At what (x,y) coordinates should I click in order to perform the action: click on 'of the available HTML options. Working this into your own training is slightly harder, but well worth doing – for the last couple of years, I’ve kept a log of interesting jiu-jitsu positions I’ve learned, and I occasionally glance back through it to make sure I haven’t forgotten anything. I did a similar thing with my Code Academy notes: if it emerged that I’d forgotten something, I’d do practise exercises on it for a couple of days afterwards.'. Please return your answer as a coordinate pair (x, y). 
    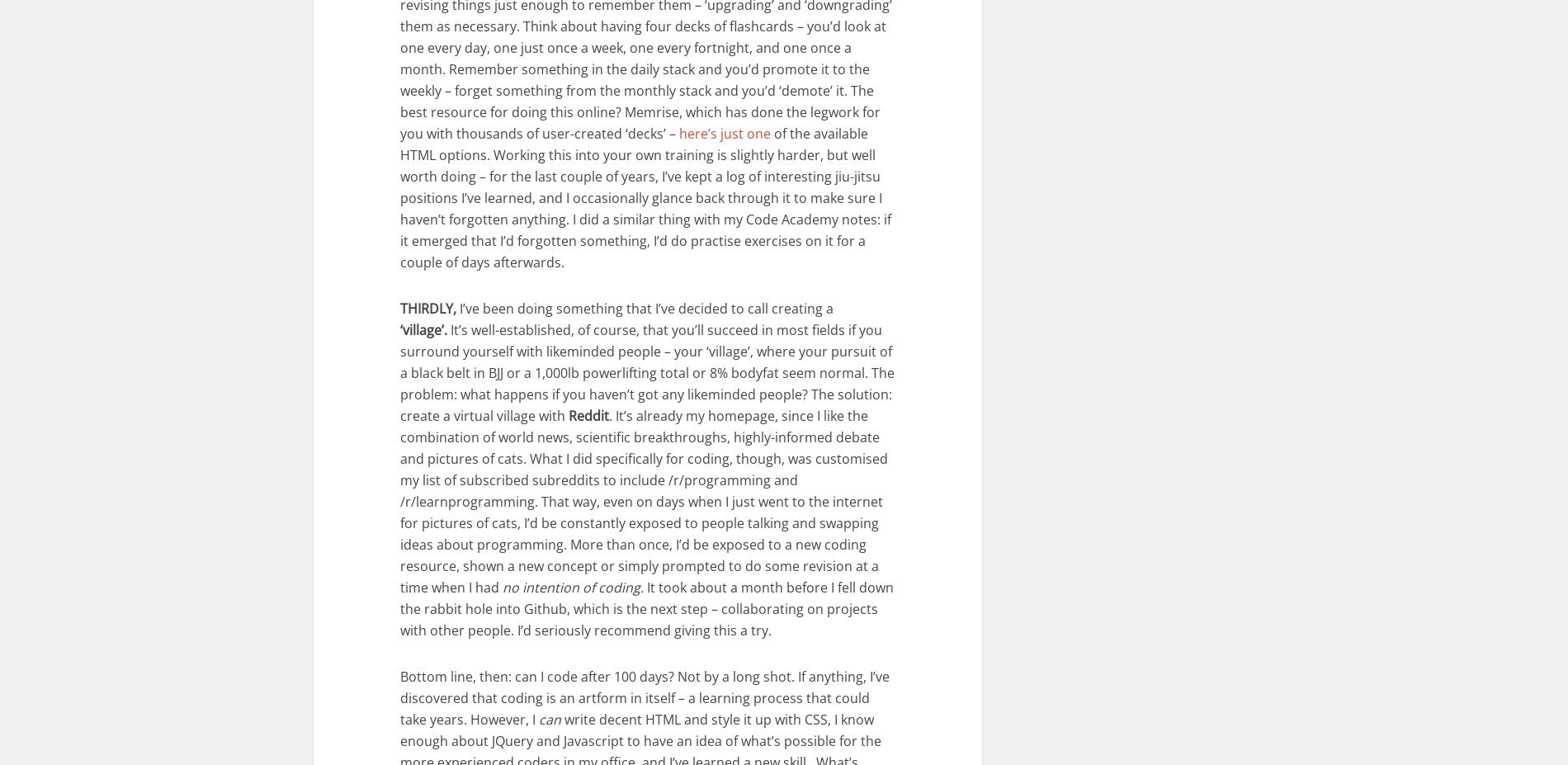
    Looking at the image, I should click on (645, 196).